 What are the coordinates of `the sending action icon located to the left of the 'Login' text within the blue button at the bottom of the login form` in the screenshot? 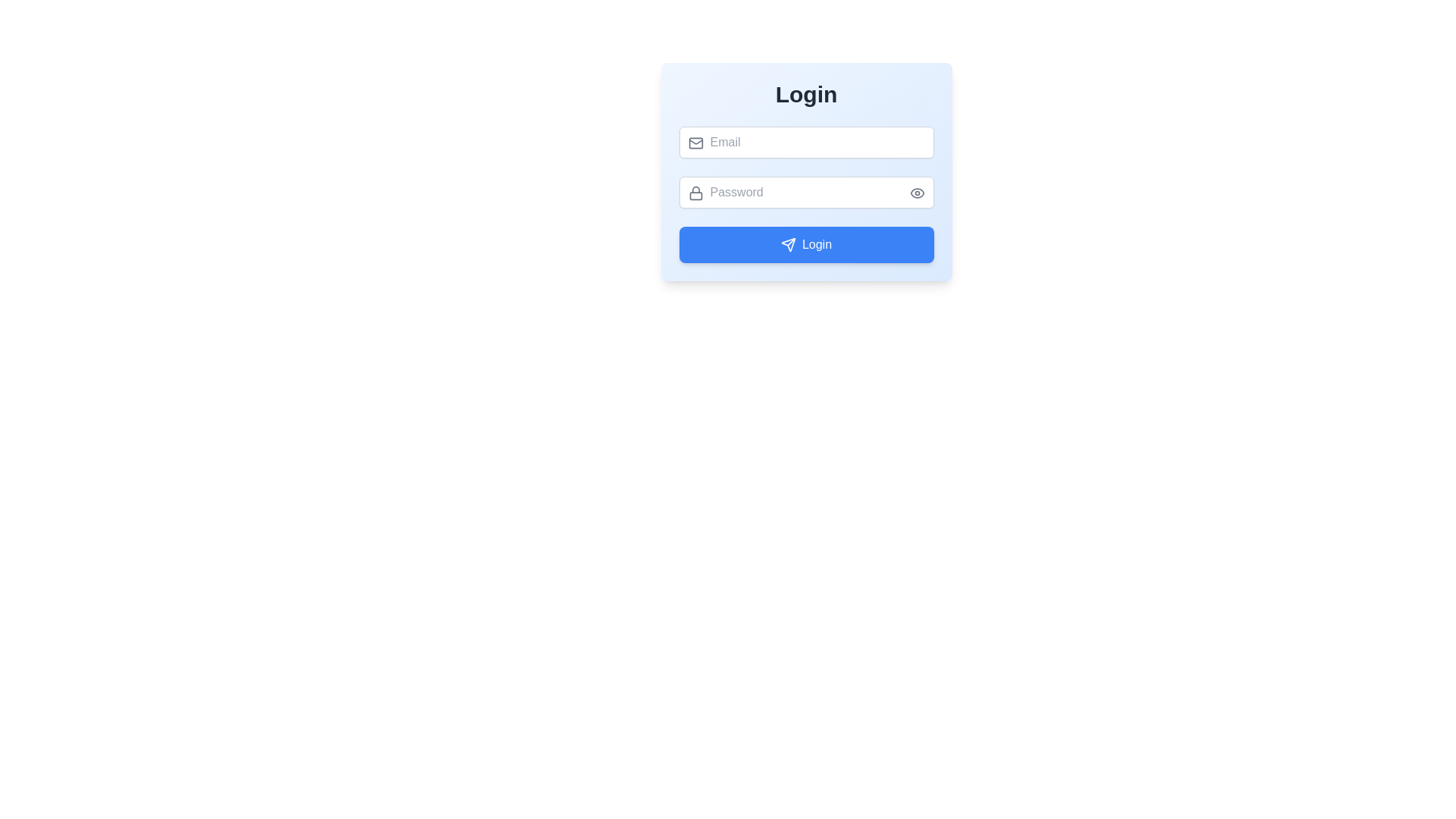 It's located at (788, 244).